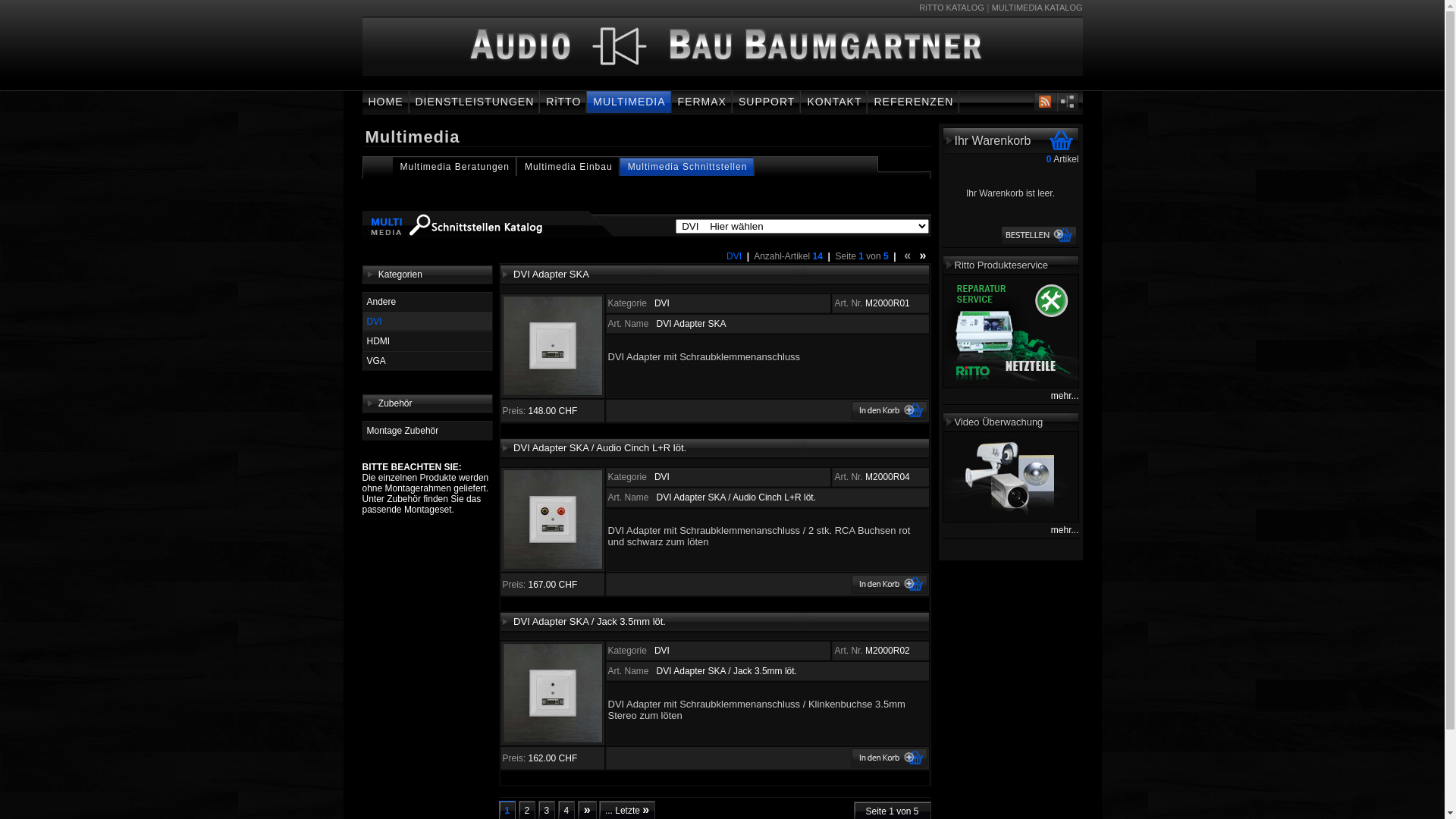 The width and height of the screenshot is (1456, 819). Describe the element at coordinates (385, 102) in the screenshot. I see `'HOME'` at that location.